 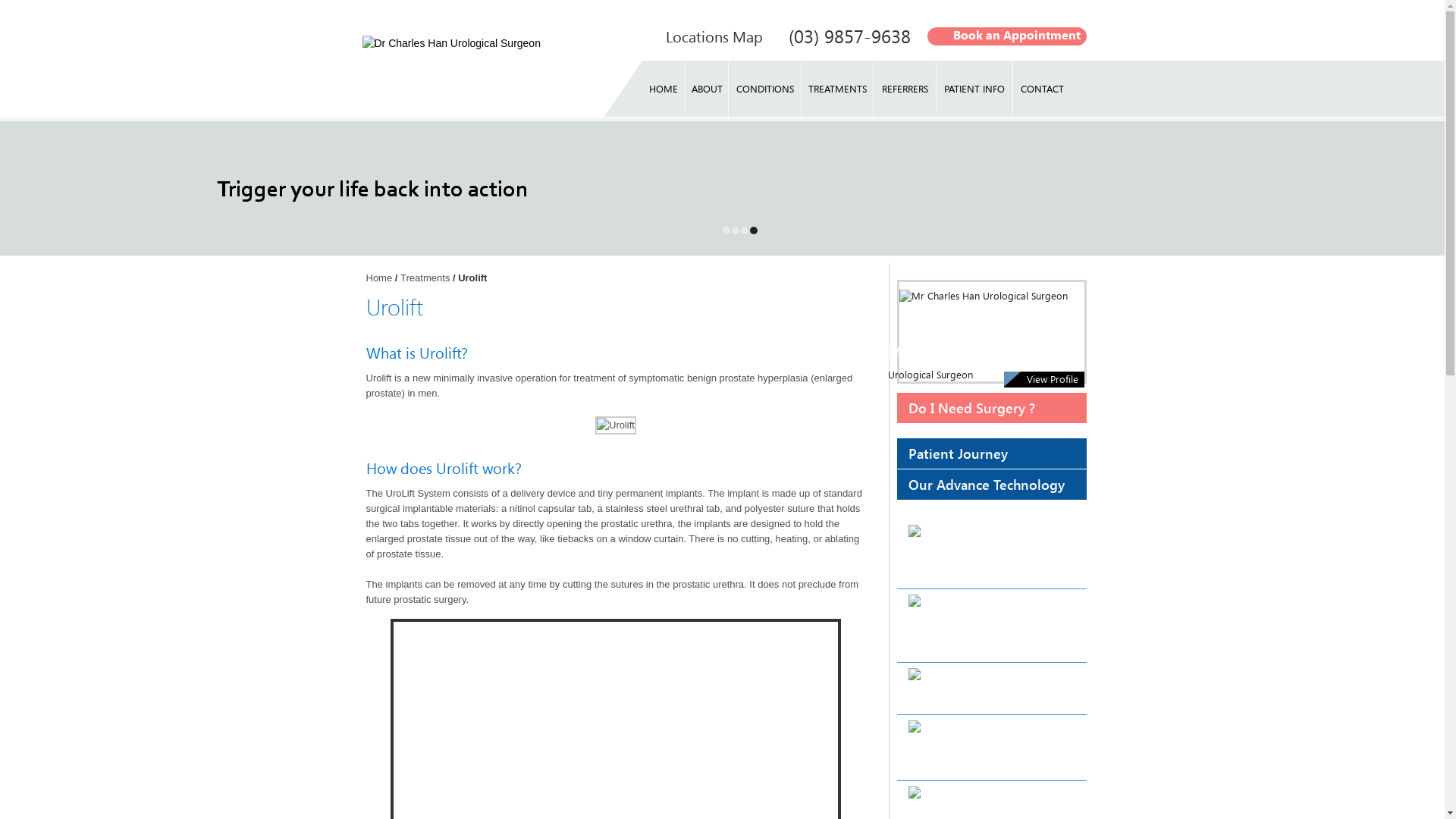 What do you see at coordinates (942, 351) in the screenshot?
I see `'Mr Charles Han'` at bounding box center [942, 351].